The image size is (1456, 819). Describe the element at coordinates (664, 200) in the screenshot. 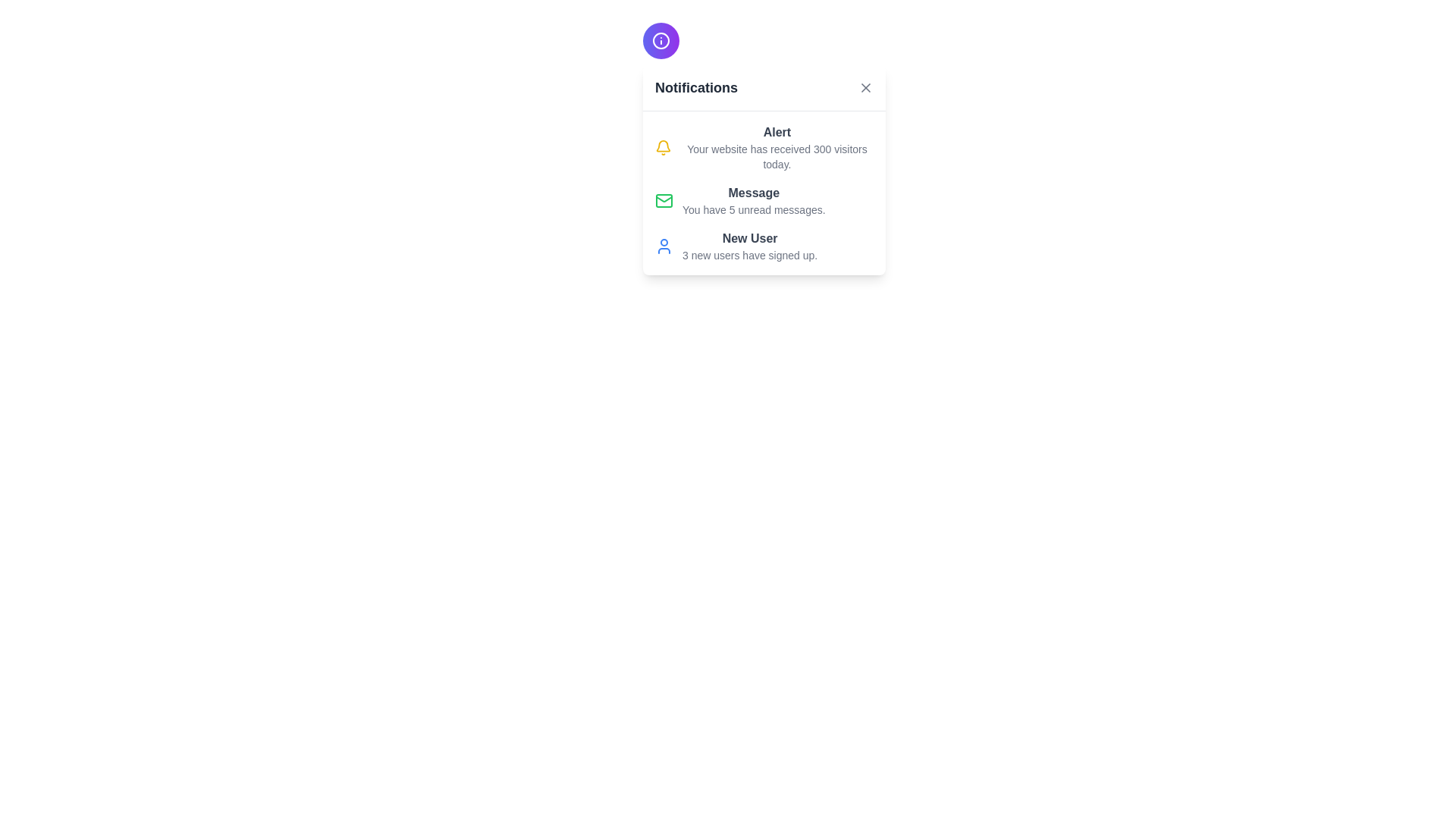

I see `the 'Message' notification icon located in the Notification panel, which represents unread messages` at that location.